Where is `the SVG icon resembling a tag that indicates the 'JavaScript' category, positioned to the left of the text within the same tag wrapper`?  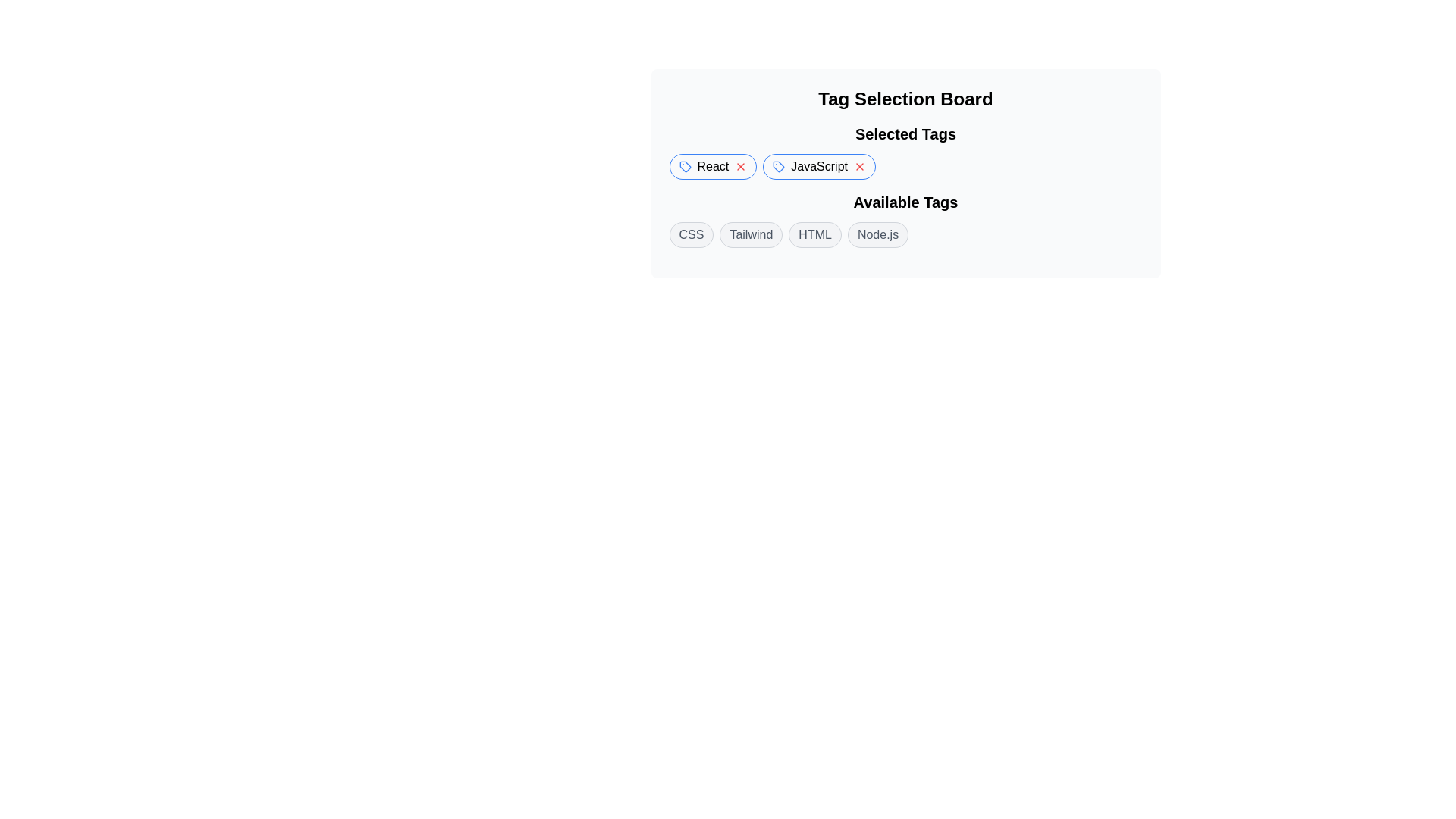
the SVG icon resembling a tag that indicates the 'JavaScript' category, positioned to the left of the text within the same tag wrapper is located at coordinates (779, 166).